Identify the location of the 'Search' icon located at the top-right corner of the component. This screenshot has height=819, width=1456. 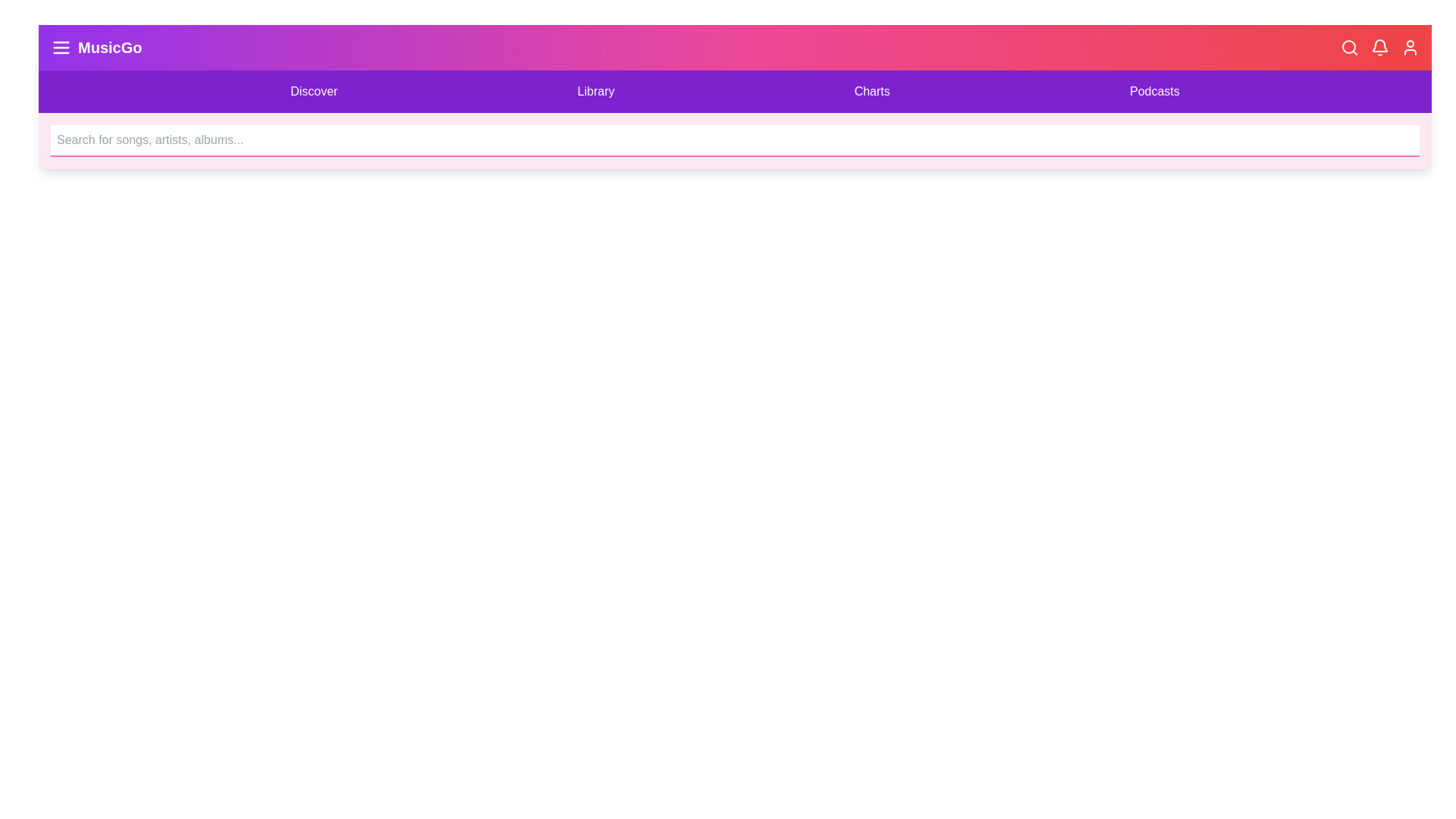
(1350, 46).